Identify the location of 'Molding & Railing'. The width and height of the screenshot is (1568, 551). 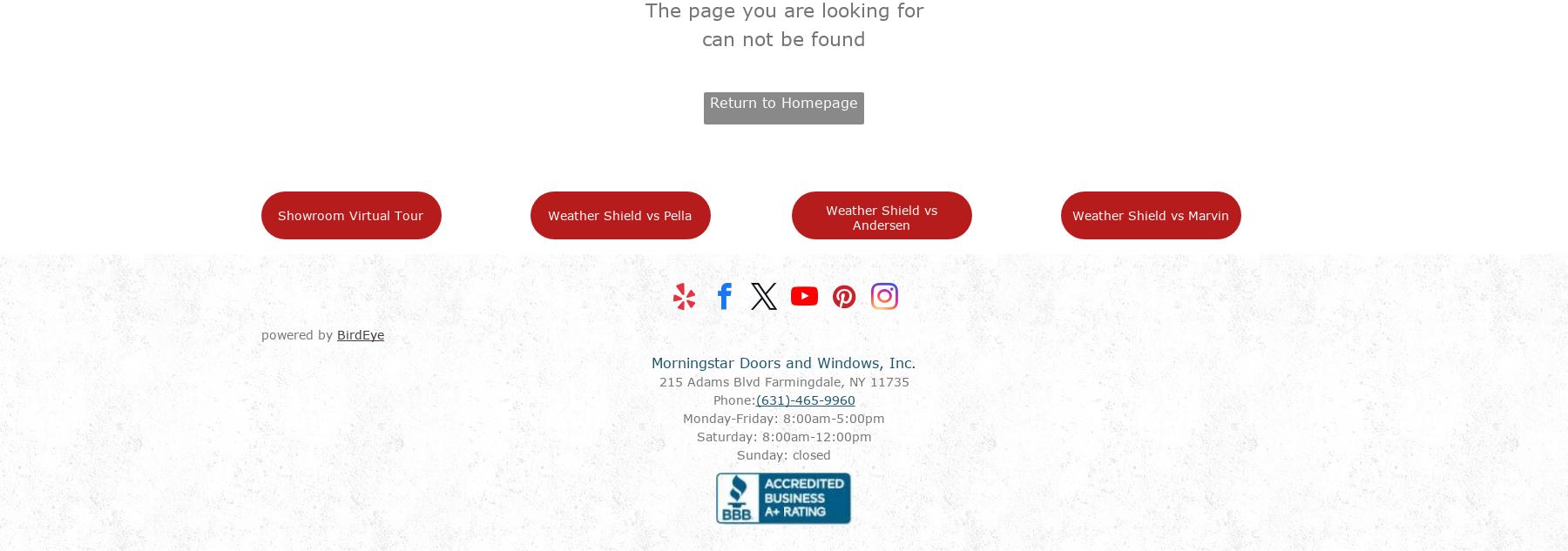
(596, 352).